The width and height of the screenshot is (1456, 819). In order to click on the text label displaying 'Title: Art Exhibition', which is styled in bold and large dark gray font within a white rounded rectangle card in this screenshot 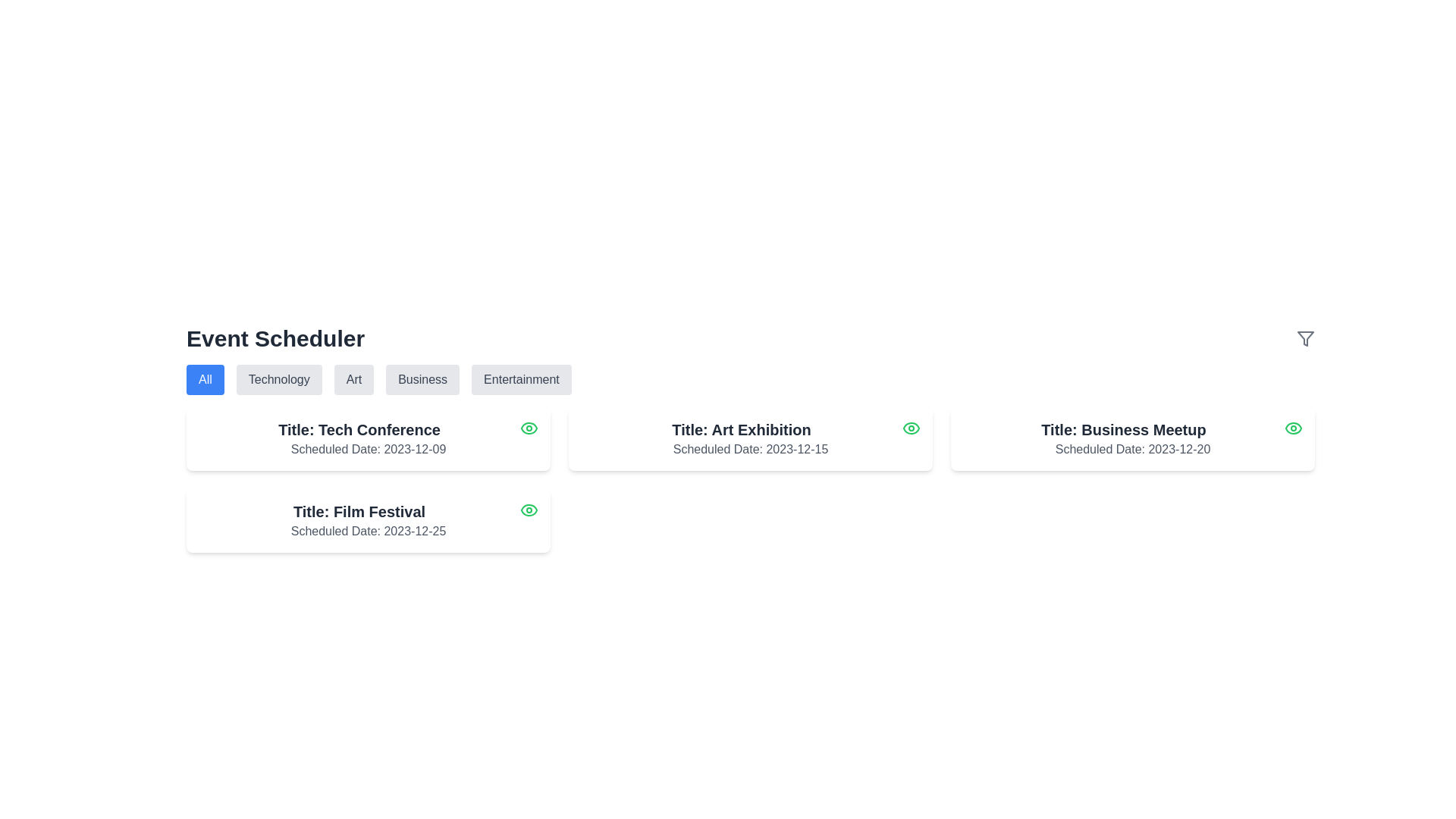, I will do `click(750, 430)`.